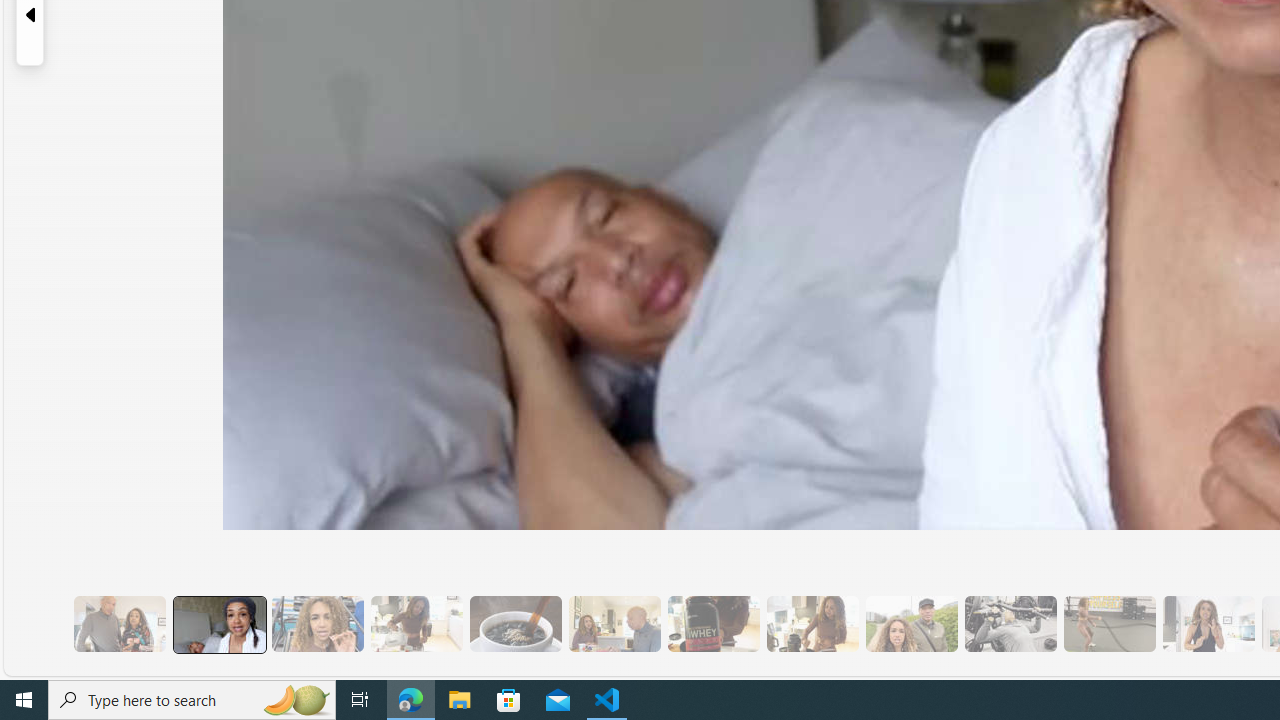  I want to click on '10 Then, They Do HIIT Cardio', so click(1108, 623).